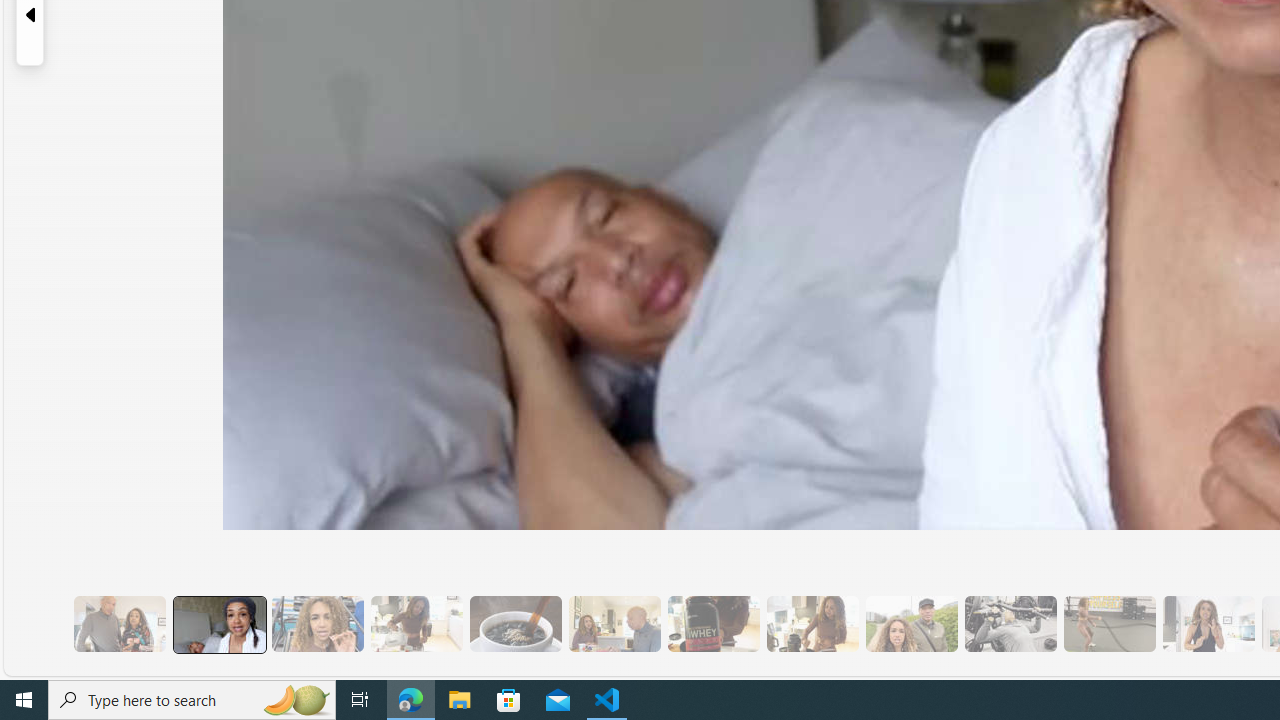  I want to click on '10 Then, They Do HIIT Cardio', so click(1108, 623).